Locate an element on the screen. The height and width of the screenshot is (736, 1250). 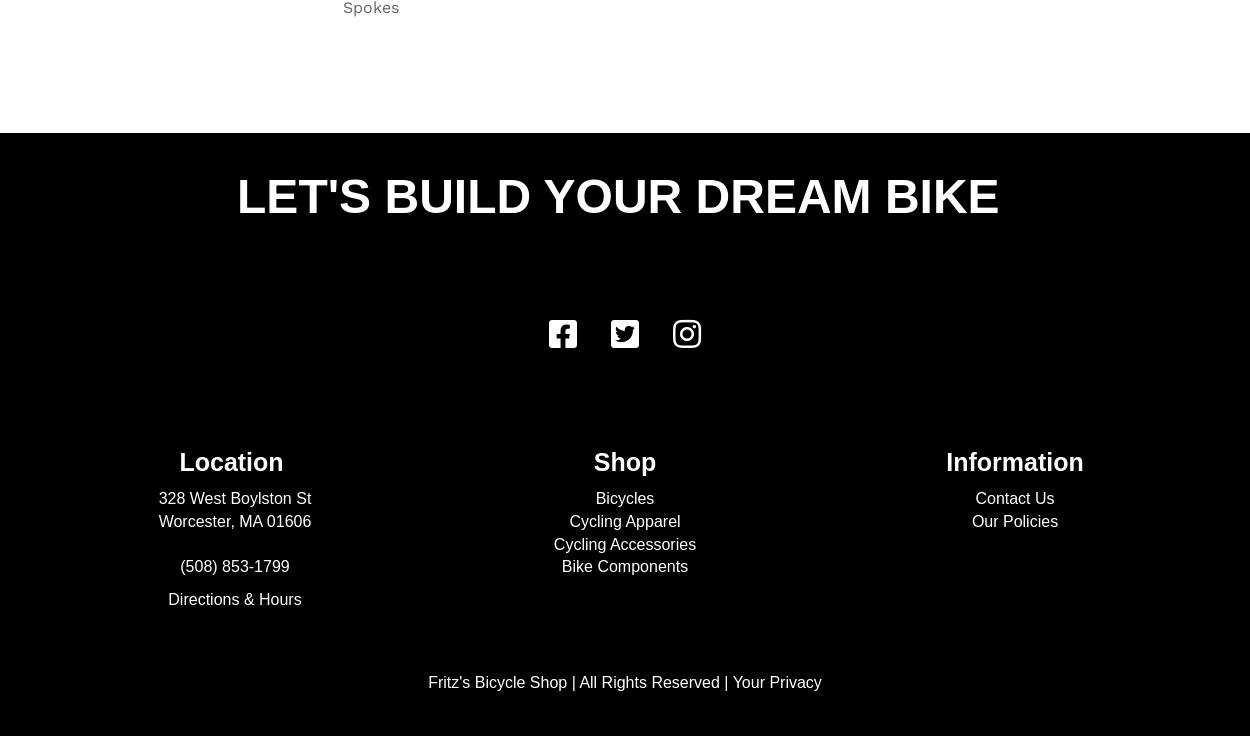
'Fritz's Bicycle Shop' is located at coordinates (496, 681).